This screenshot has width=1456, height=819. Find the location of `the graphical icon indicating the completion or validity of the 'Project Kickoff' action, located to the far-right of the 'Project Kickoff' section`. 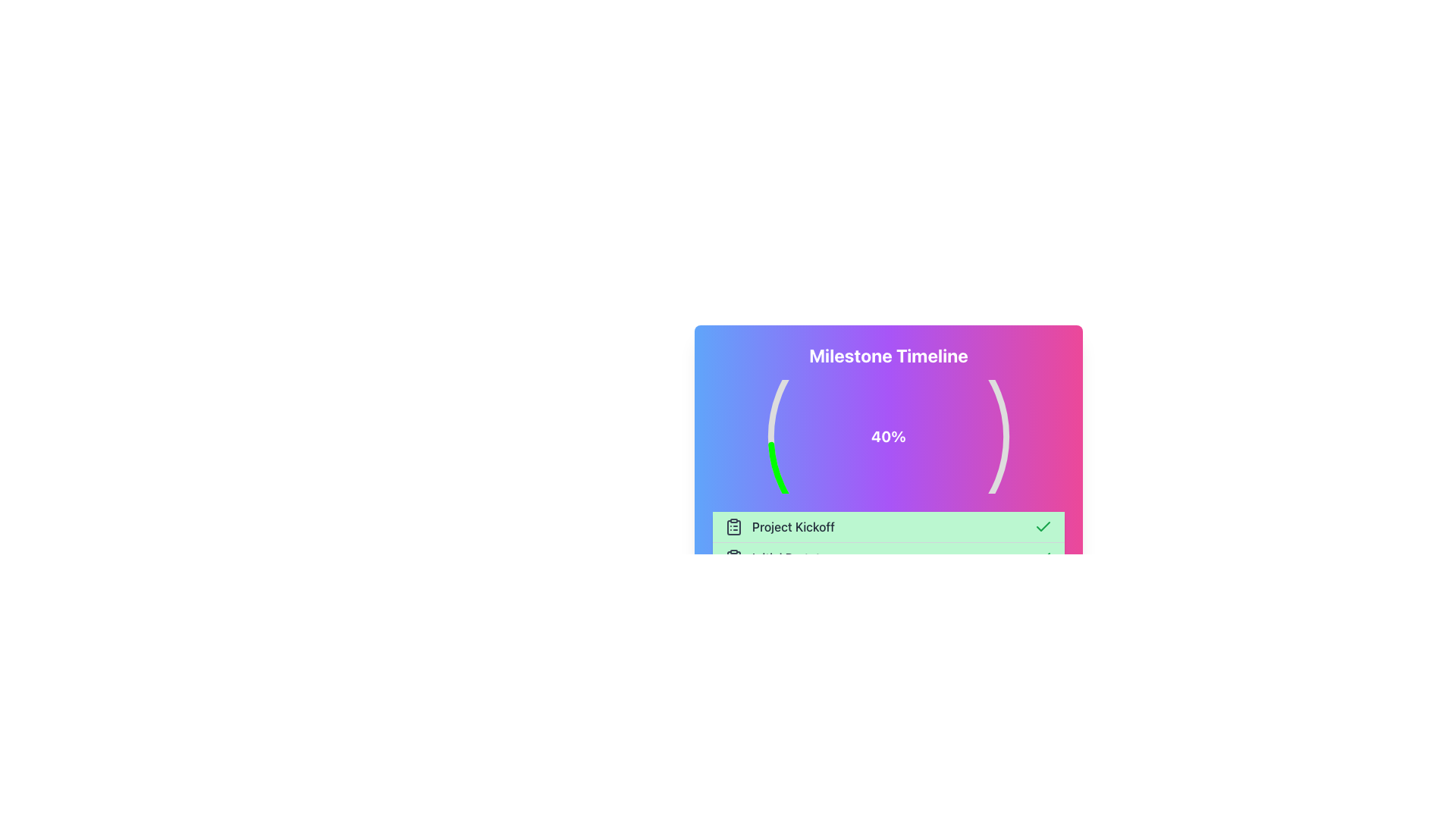

the graphical icon indicating the completion or validity of the 'Project Kickoff' action, located to the far-right of the 'Project Kickoff' section is located at coordinates (1043, 526).